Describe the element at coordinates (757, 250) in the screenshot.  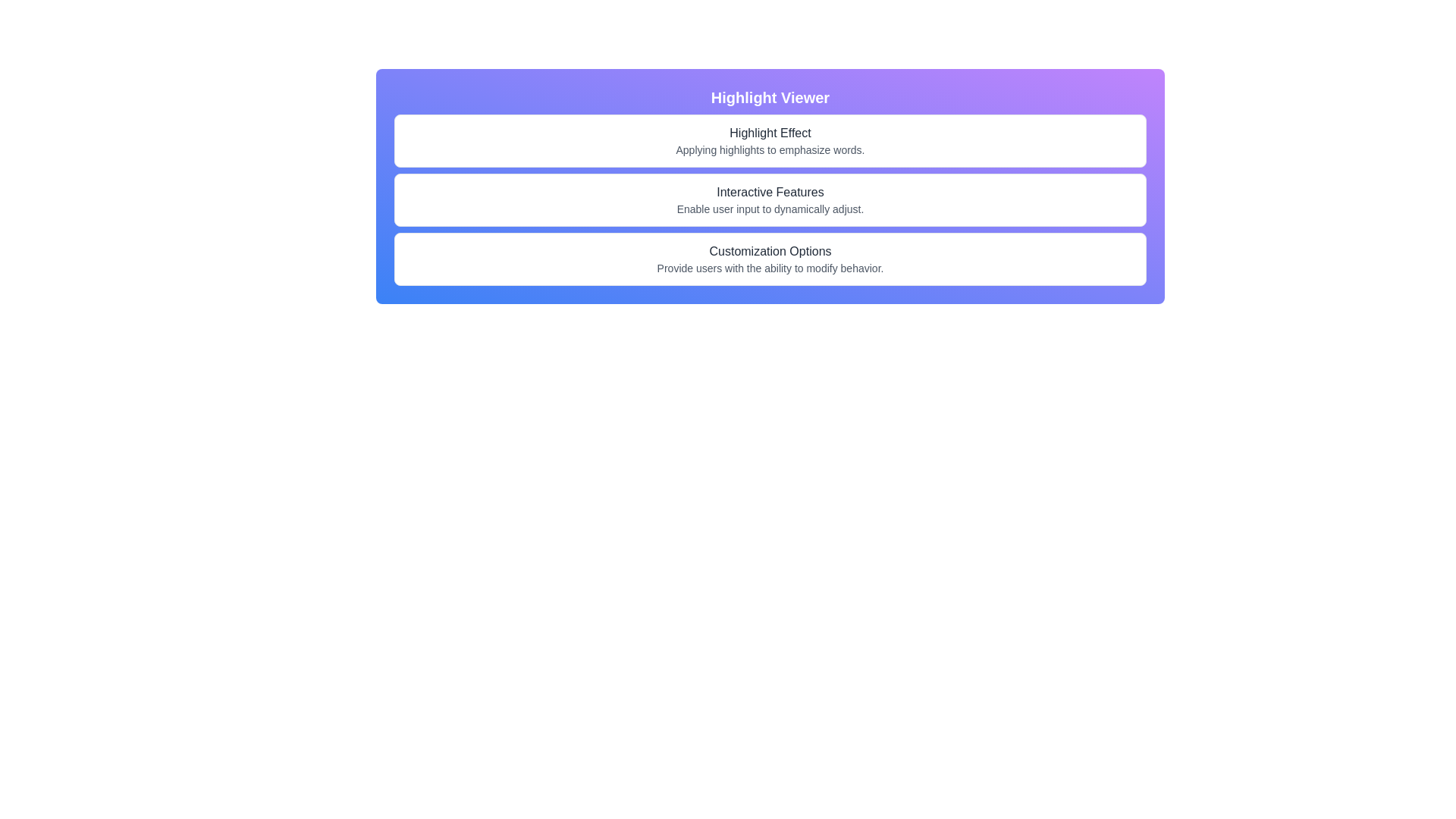
I see `the 8th character of the string 'Customization Options' located in the bottom cell of the layout grid under the header 'Highlight Viewer'` at that location.